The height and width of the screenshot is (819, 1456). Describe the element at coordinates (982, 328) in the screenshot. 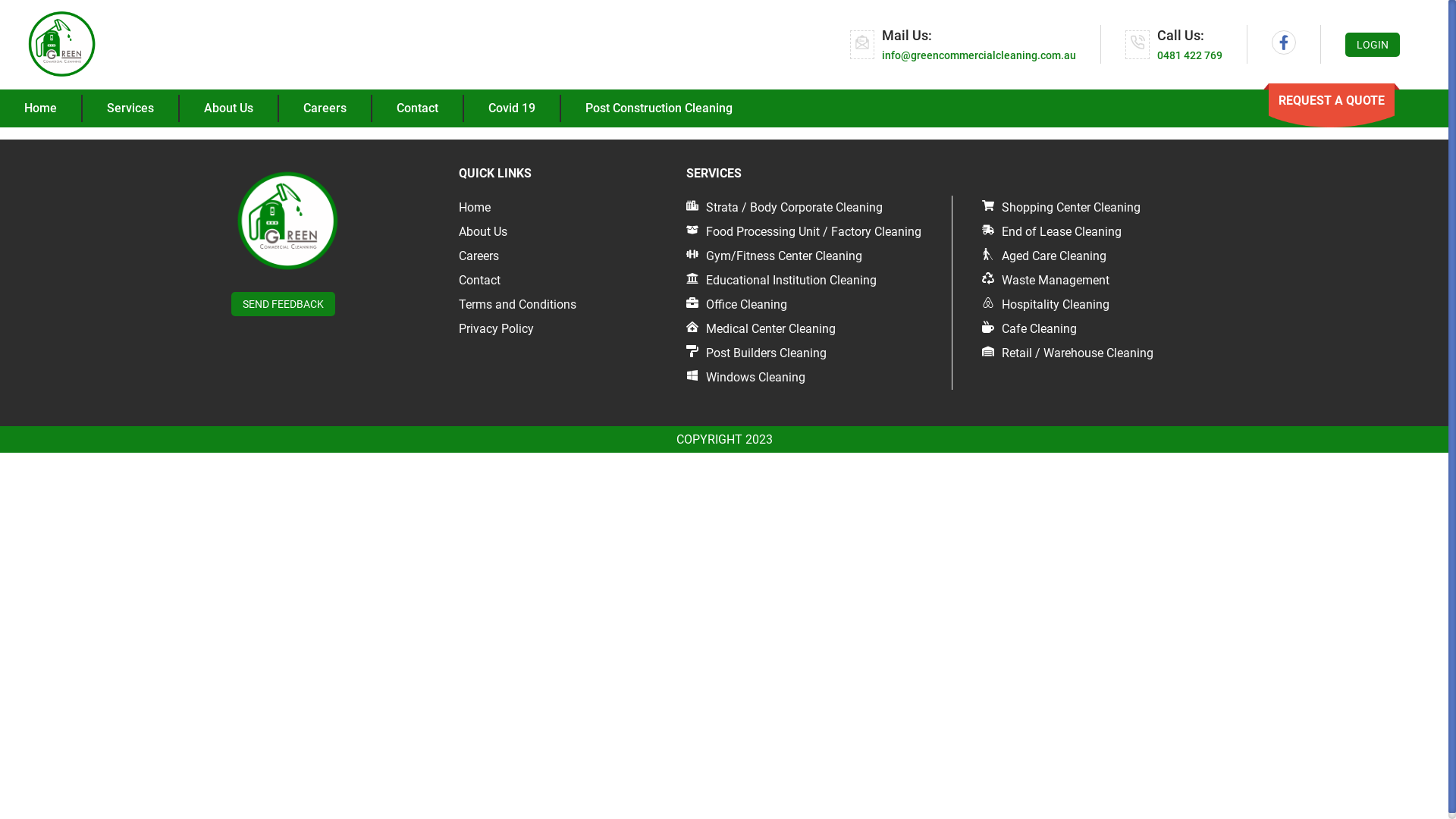

I see `'Cafe Cleaning'` at that location.